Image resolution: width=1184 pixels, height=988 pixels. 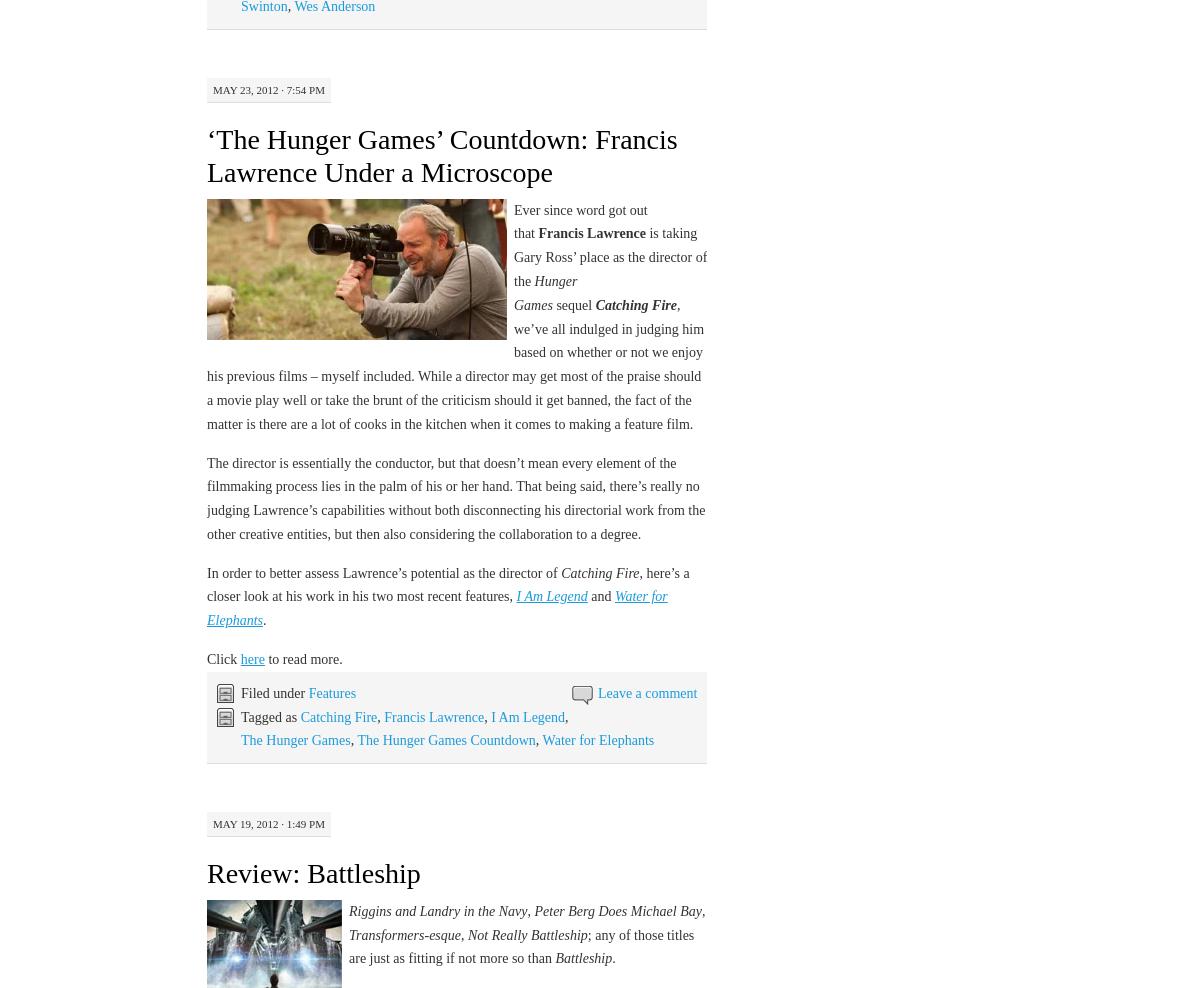 I want to click on 'Hunger Games', so click(x=545, y=291).